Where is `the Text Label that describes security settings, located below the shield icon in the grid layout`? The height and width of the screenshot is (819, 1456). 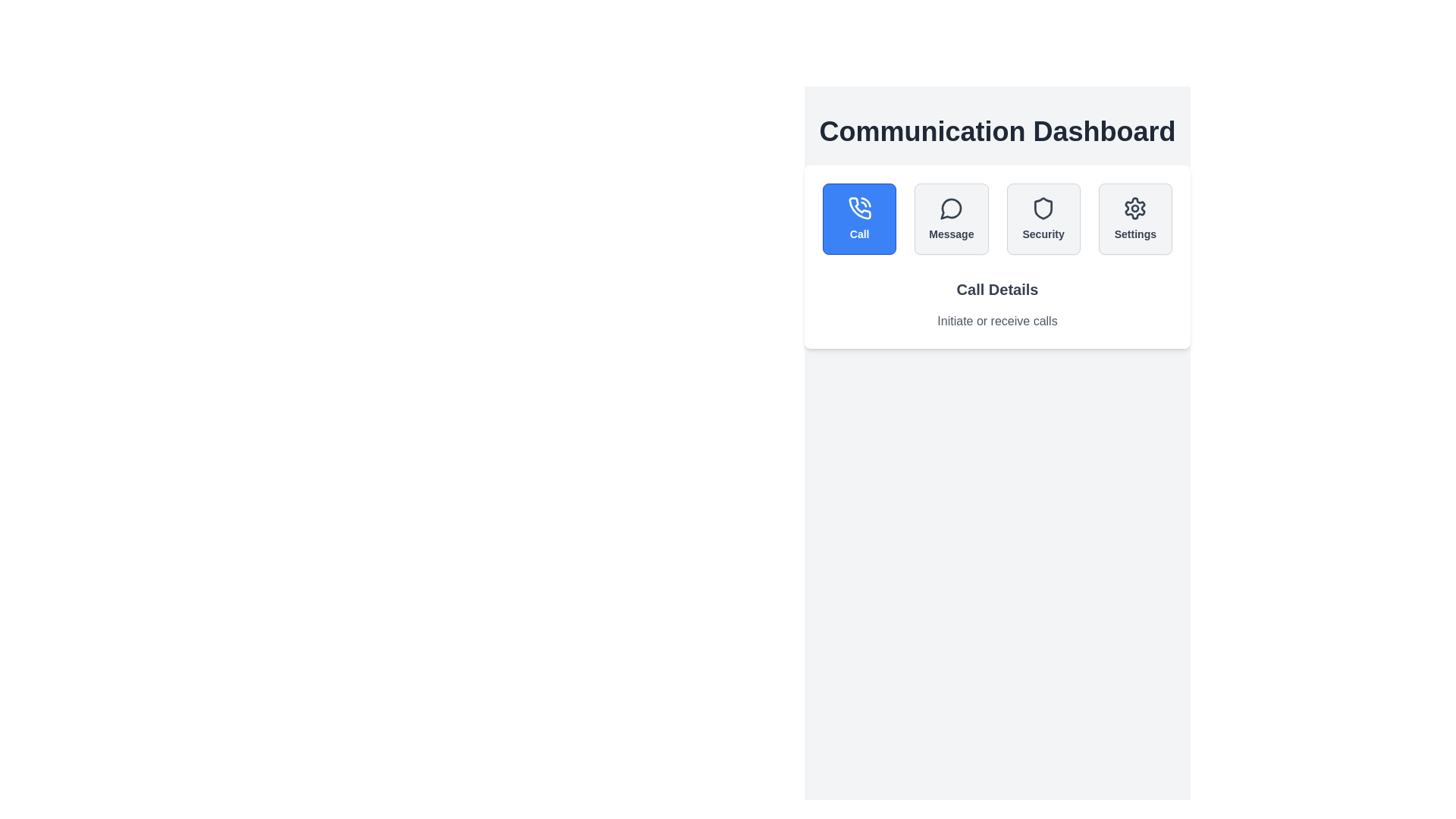 the Text Label that describes security settings, located below the shield icon in the grid layout is located at coordinates (1043, 234).